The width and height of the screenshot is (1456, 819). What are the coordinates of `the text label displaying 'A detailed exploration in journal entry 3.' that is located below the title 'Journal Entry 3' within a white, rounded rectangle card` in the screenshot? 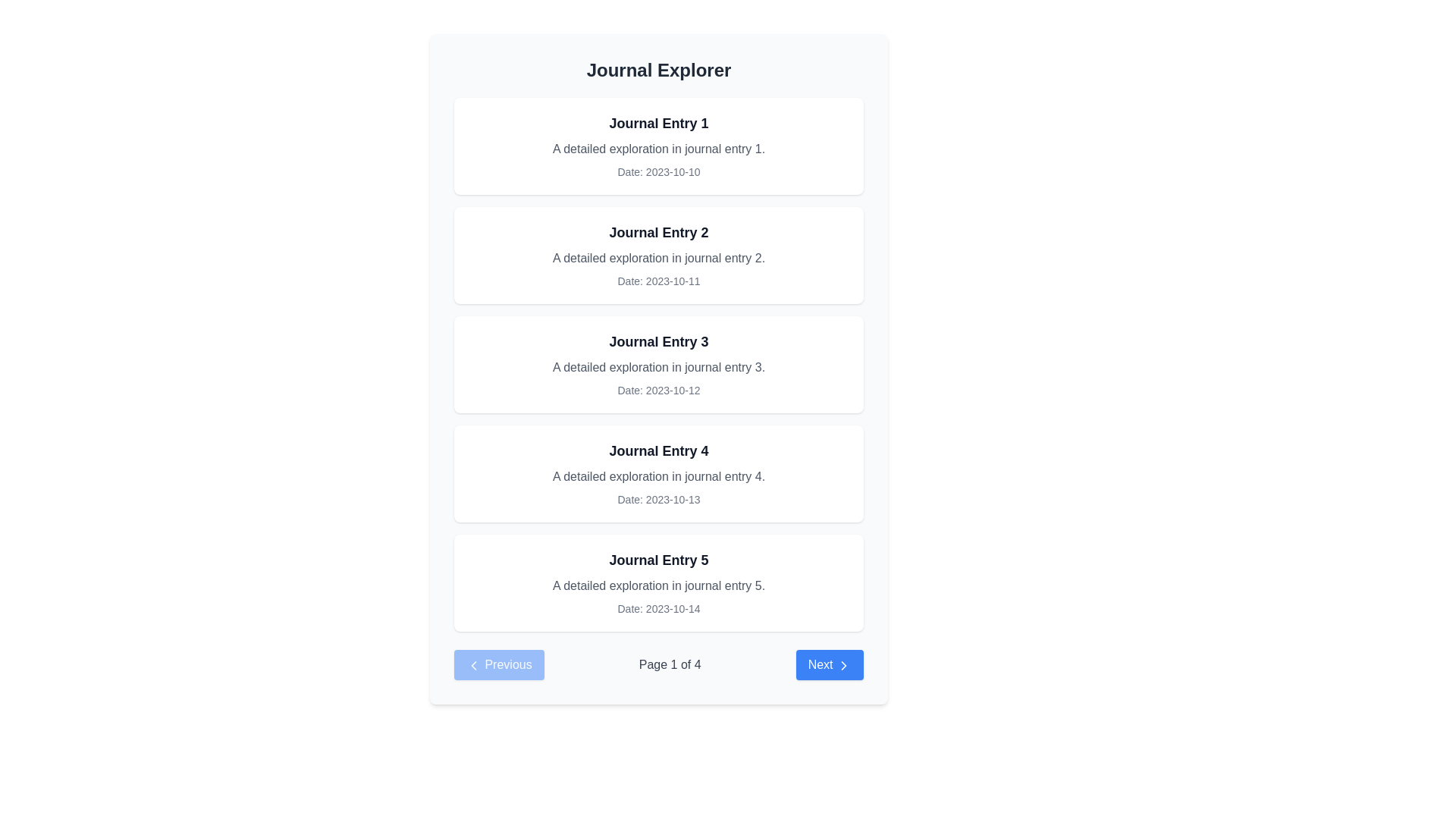 It's located at (658, 368).